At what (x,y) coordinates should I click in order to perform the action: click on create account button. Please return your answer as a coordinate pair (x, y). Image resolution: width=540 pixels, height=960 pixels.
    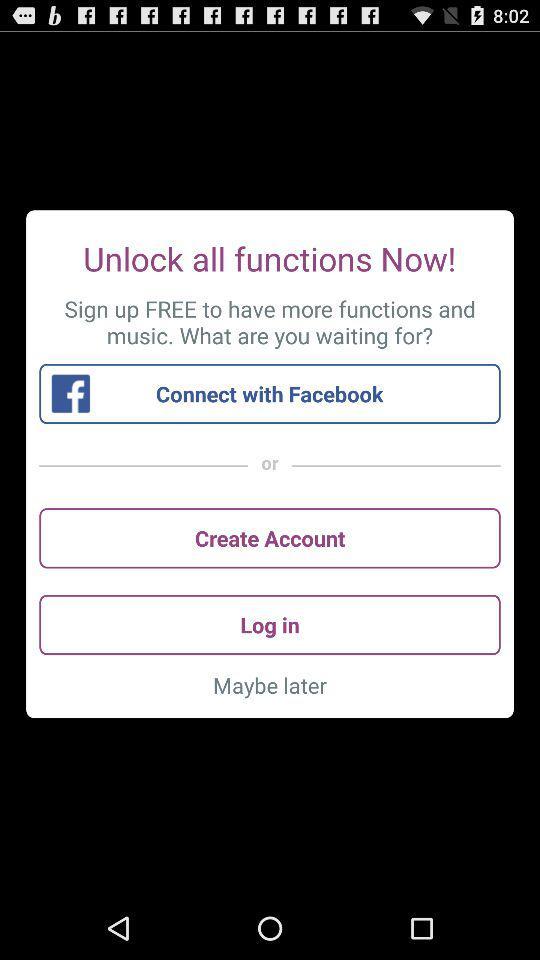
    Looking at the image, I should click on (270, 537).